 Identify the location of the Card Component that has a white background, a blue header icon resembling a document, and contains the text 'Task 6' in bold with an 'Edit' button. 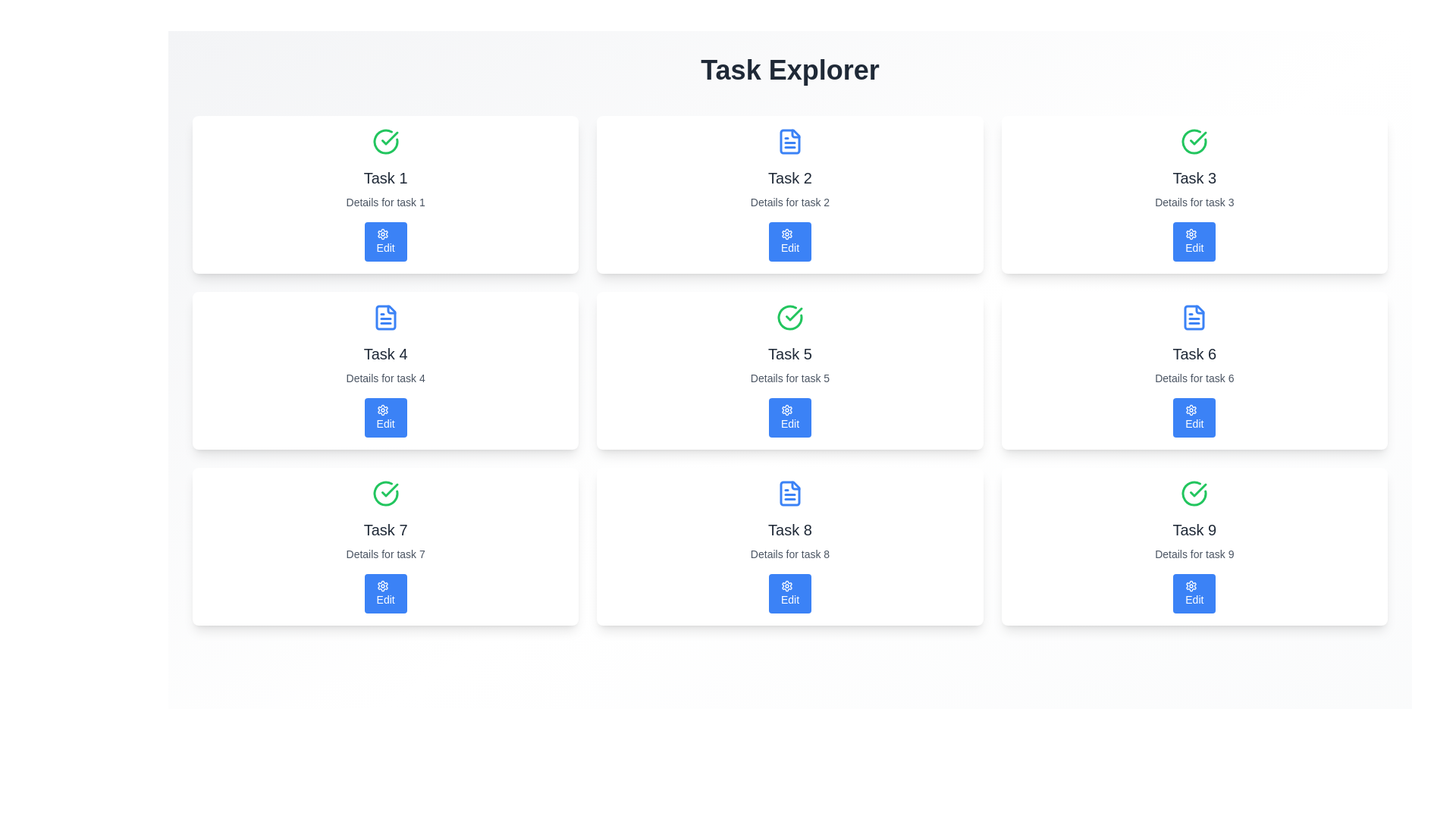
(1194, 371).